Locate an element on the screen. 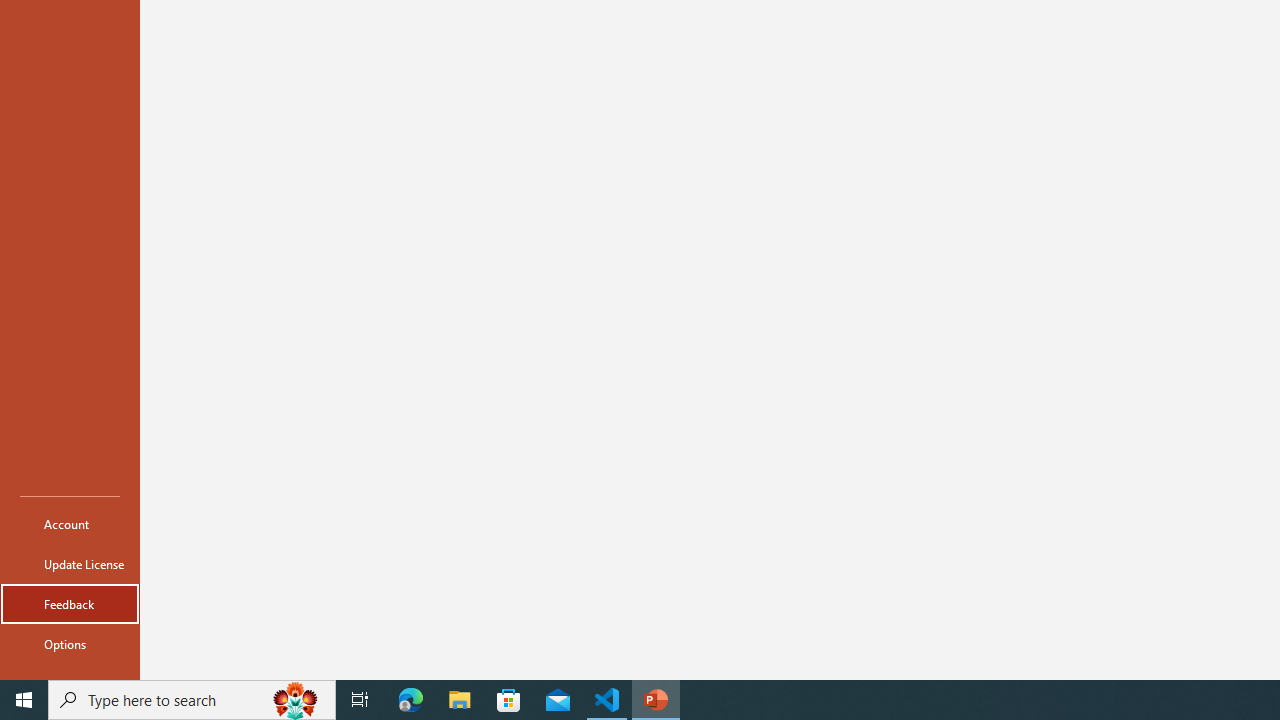 The height and width of the screenshot is (720, 1280). 'Update License' is located at coordinates (69, 564).